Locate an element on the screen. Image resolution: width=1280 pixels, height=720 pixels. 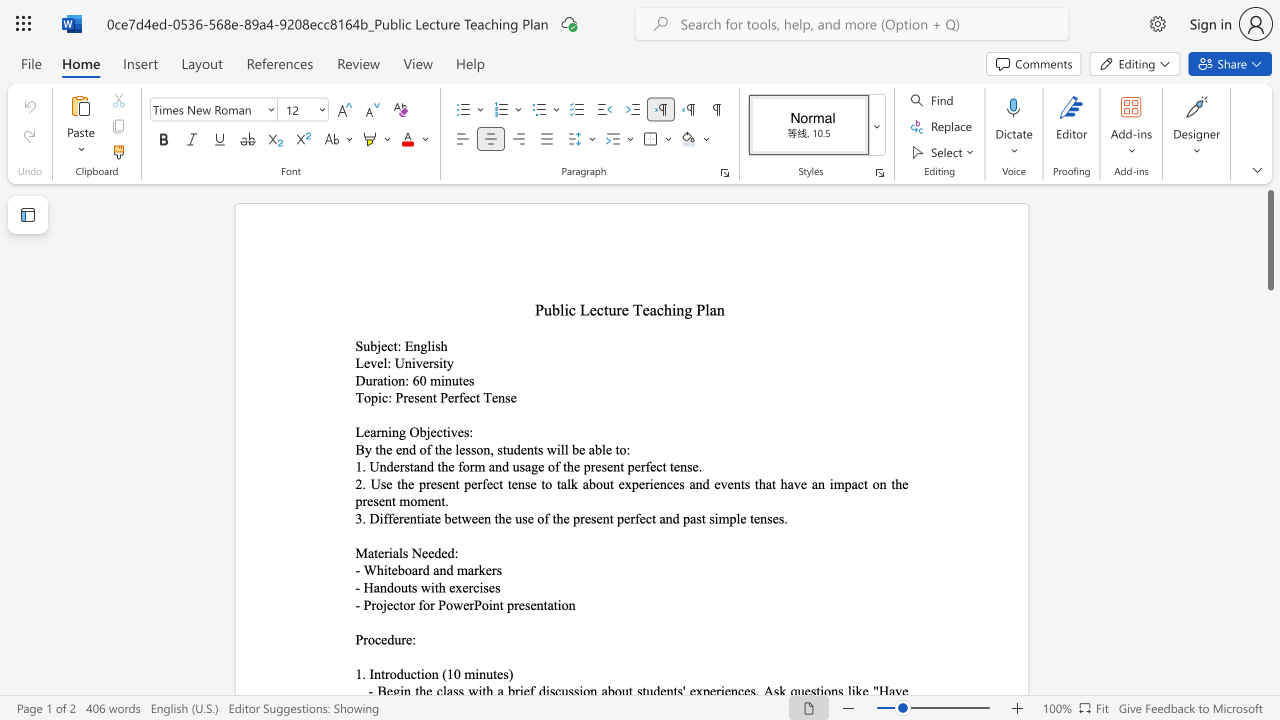
the subset text "ure" within the text "Procedure:" is located at coordinates (394, 639).